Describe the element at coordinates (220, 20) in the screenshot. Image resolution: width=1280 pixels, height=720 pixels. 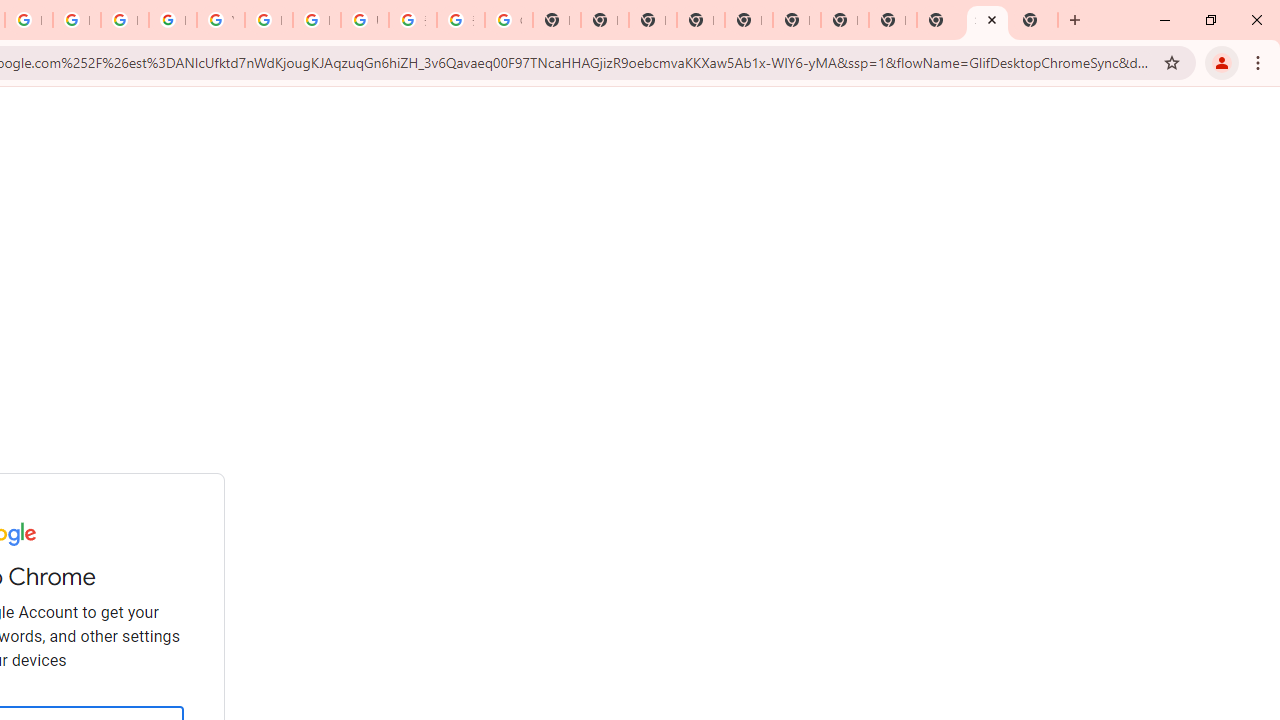
I see `'YouTube'` at that location.